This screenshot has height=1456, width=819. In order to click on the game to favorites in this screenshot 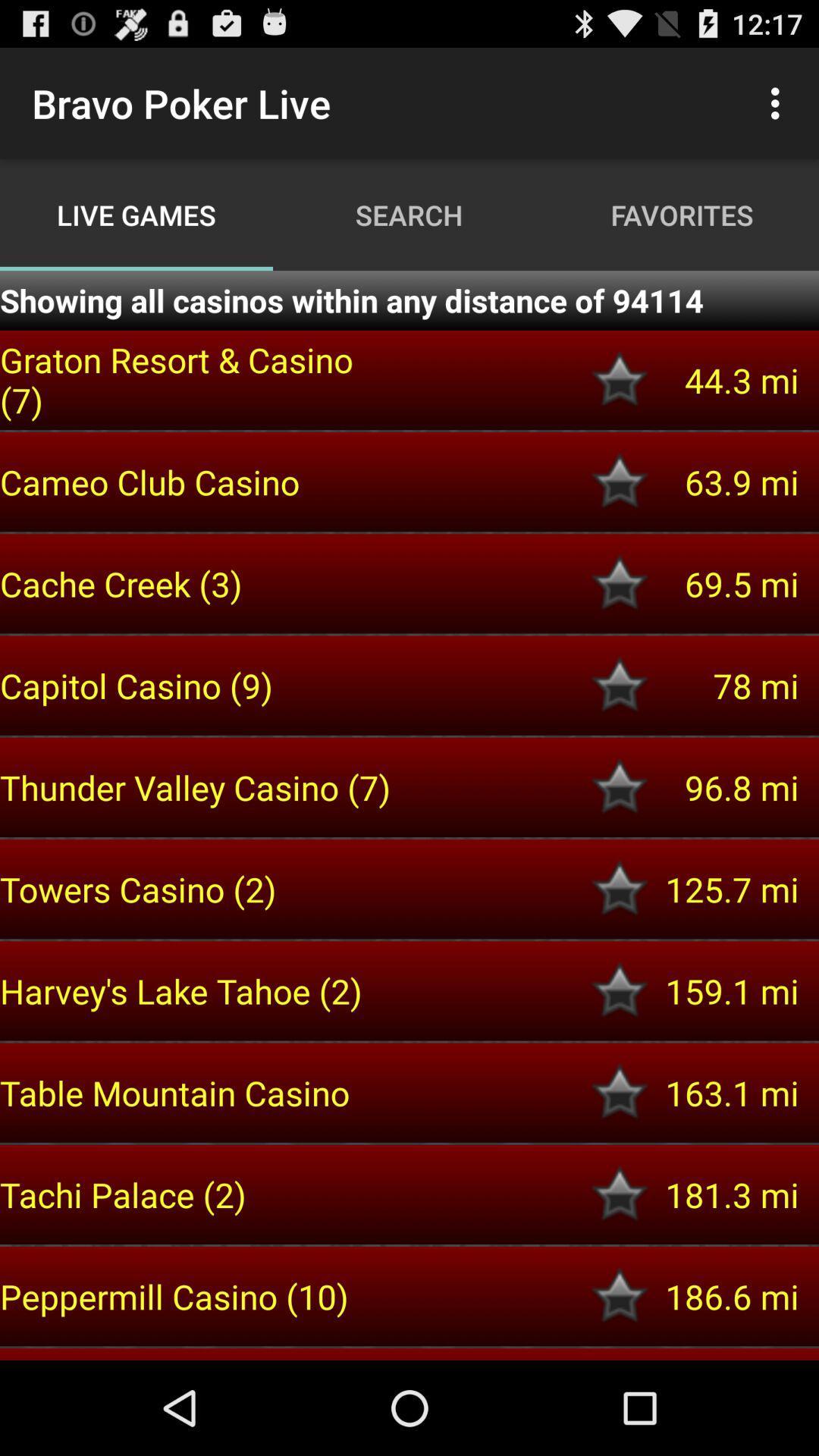, I will do `click(620, 1194)`.